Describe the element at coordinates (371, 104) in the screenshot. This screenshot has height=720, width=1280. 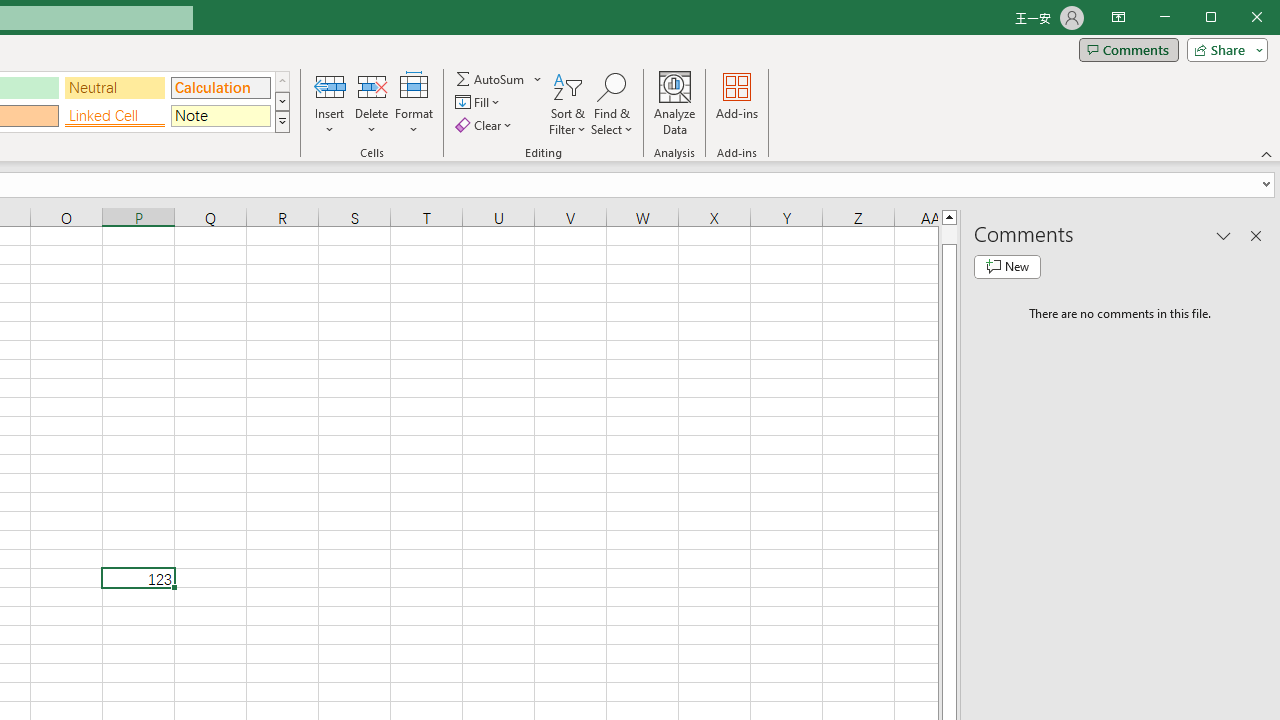
I see `'Delete'` at that location.